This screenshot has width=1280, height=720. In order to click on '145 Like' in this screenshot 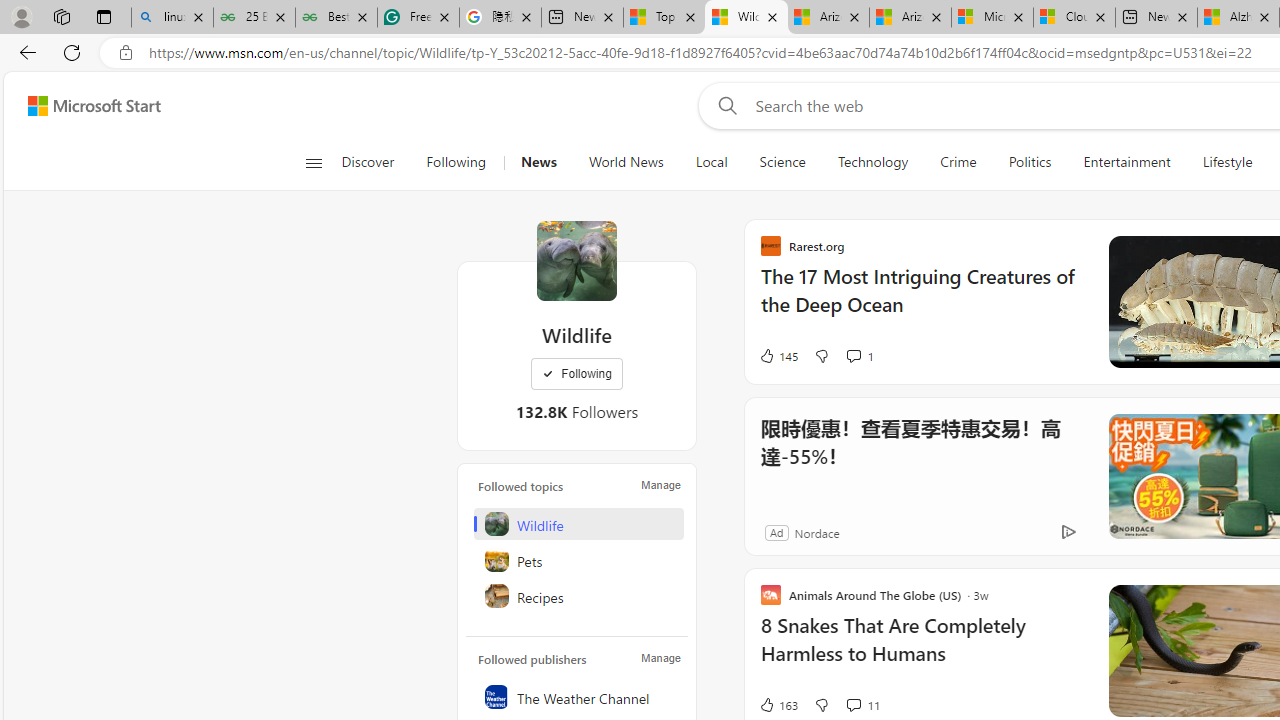, I will do `click(777, 355)`.